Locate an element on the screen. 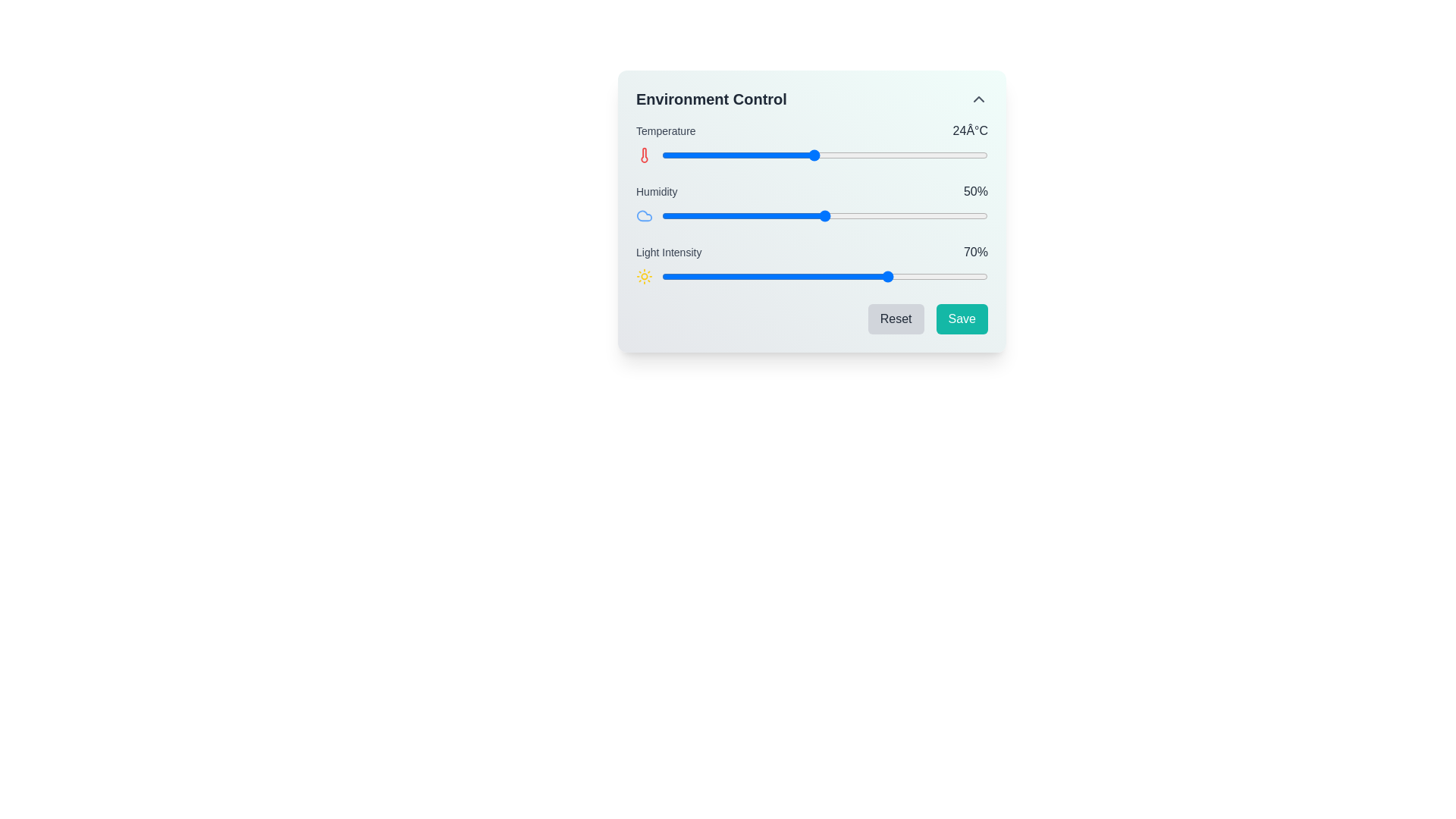 This screenshot has width=1456, height=819. the temperature slider is located at coordinates (672, 155).